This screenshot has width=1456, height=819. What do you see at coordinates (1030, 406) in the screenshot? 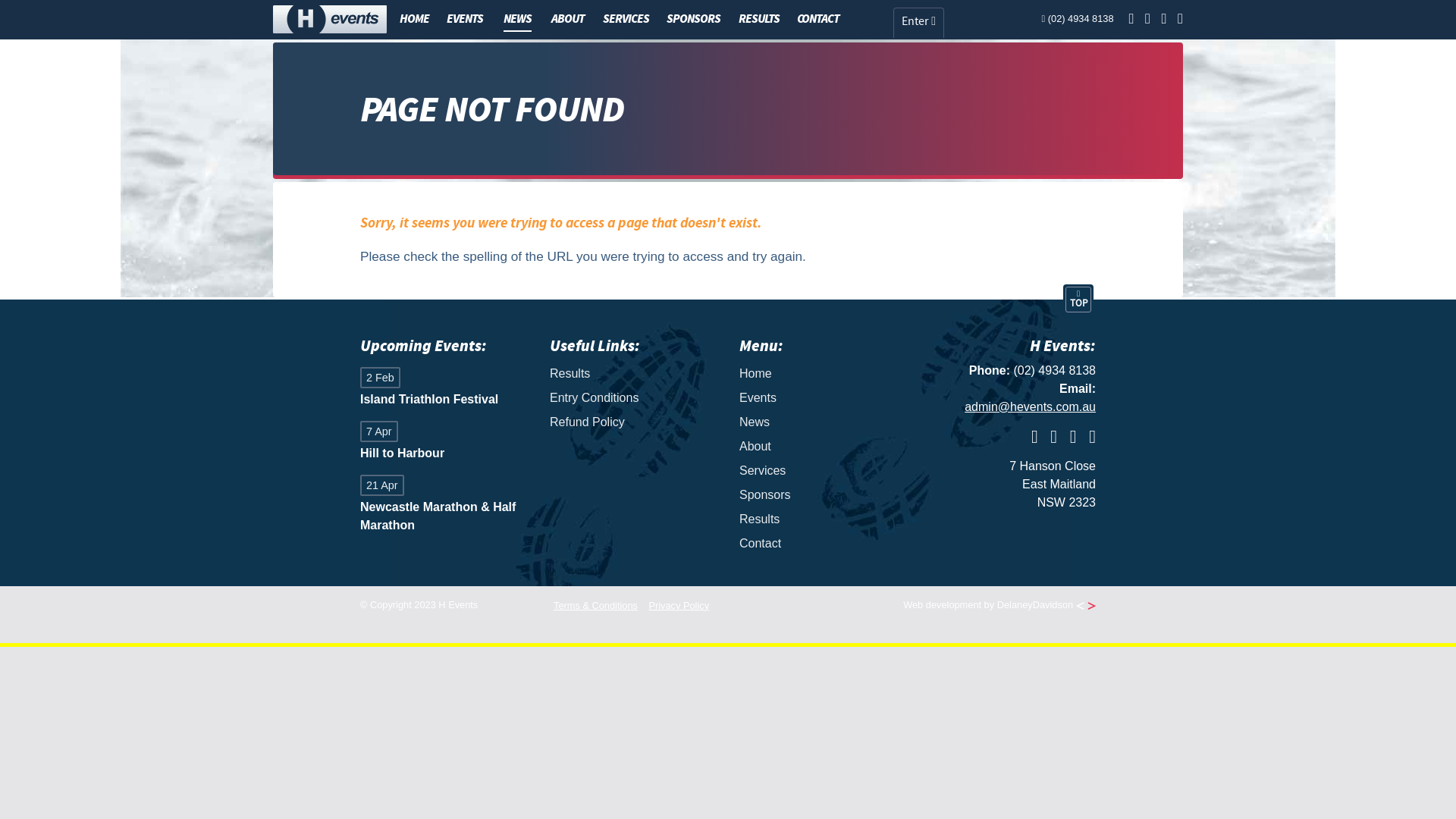
I see `'admin@hevents.com.au'` at bounding box center [1030, 406].